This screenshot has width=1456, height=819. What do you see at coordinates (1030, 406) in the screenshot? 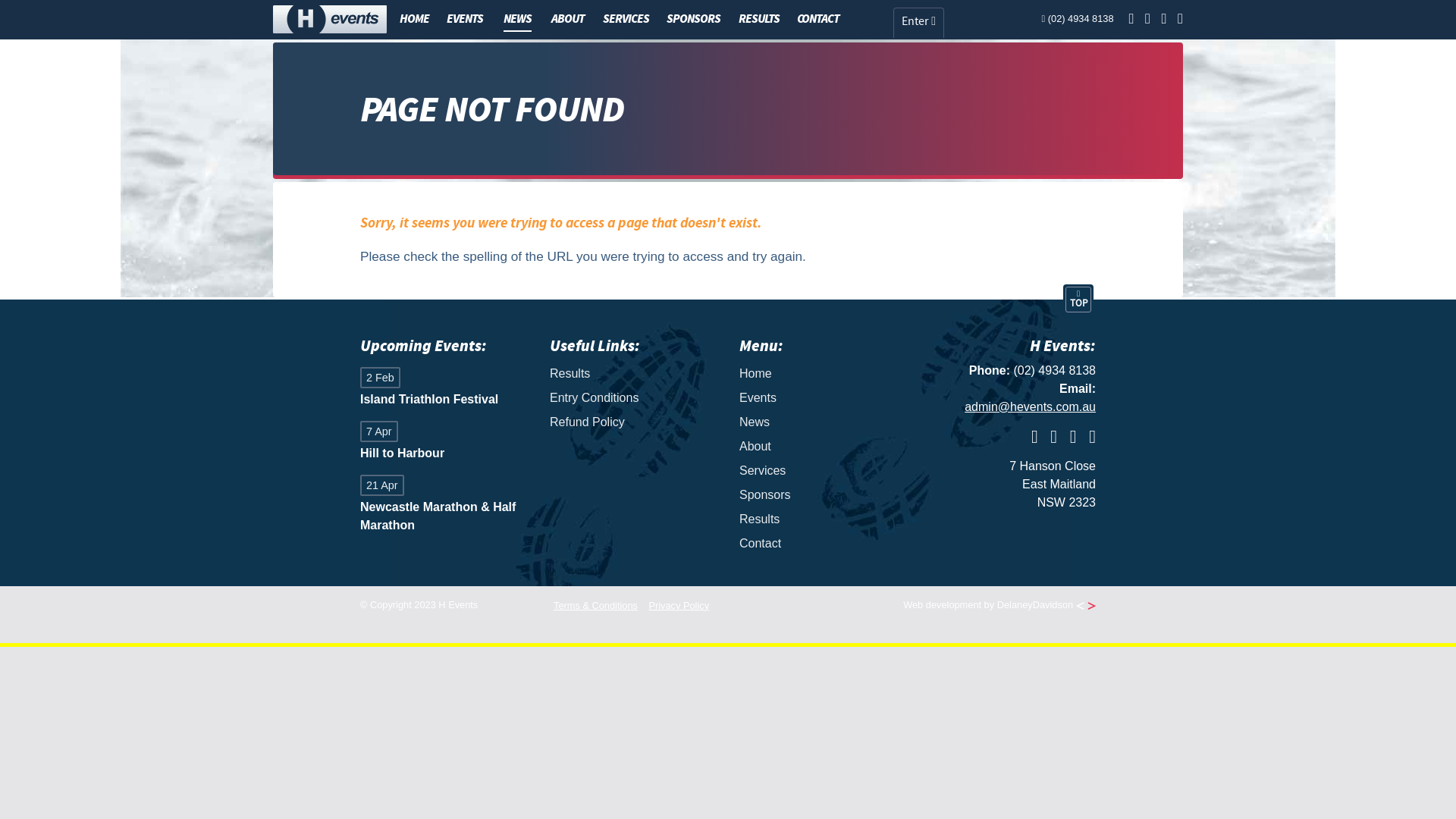
I see `'admin@hevents.com.au'` at bounding box center [1030, 406].